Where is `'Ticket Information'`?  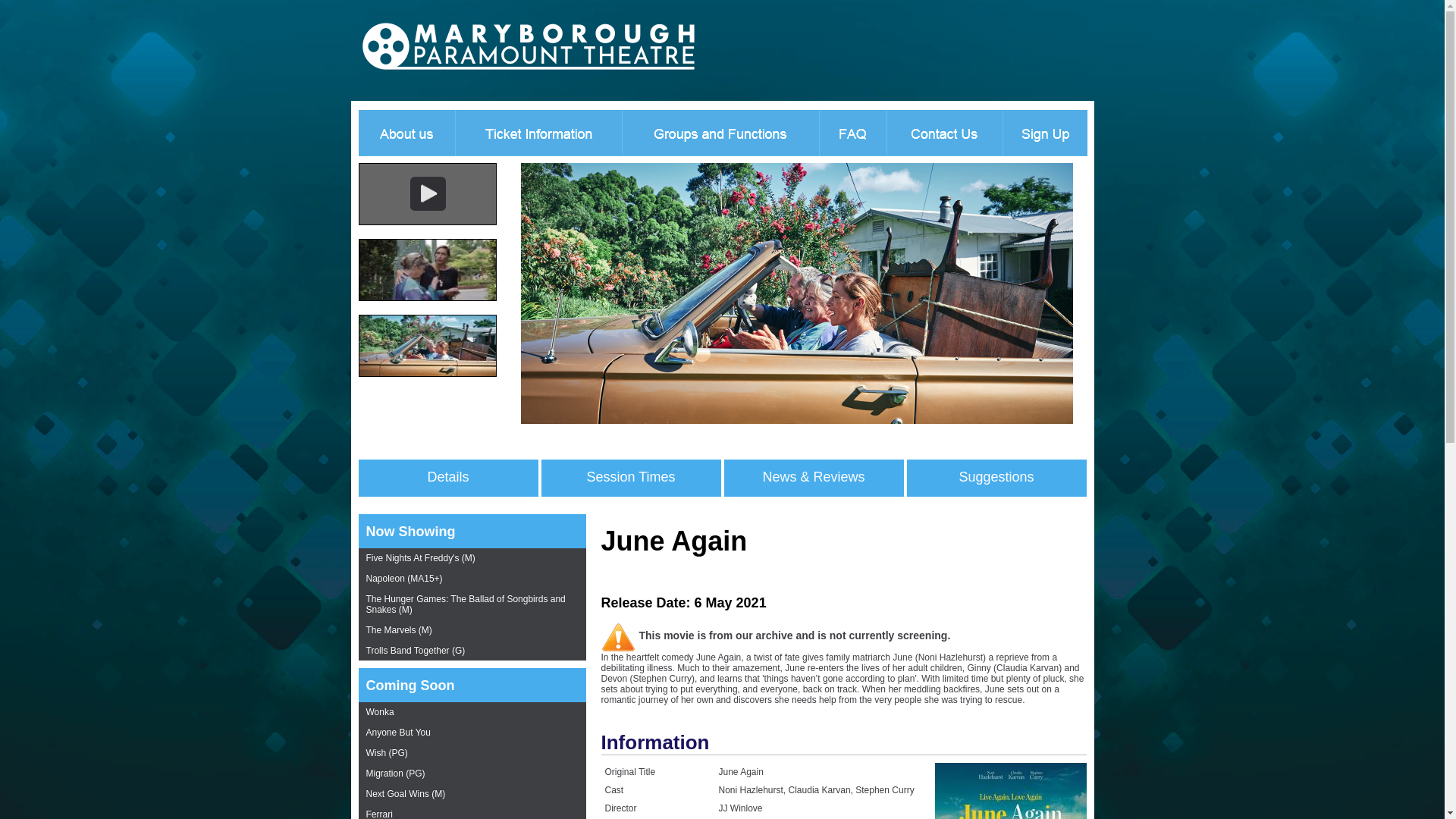 'Ticket Information' is located at coordinates (454, 130).